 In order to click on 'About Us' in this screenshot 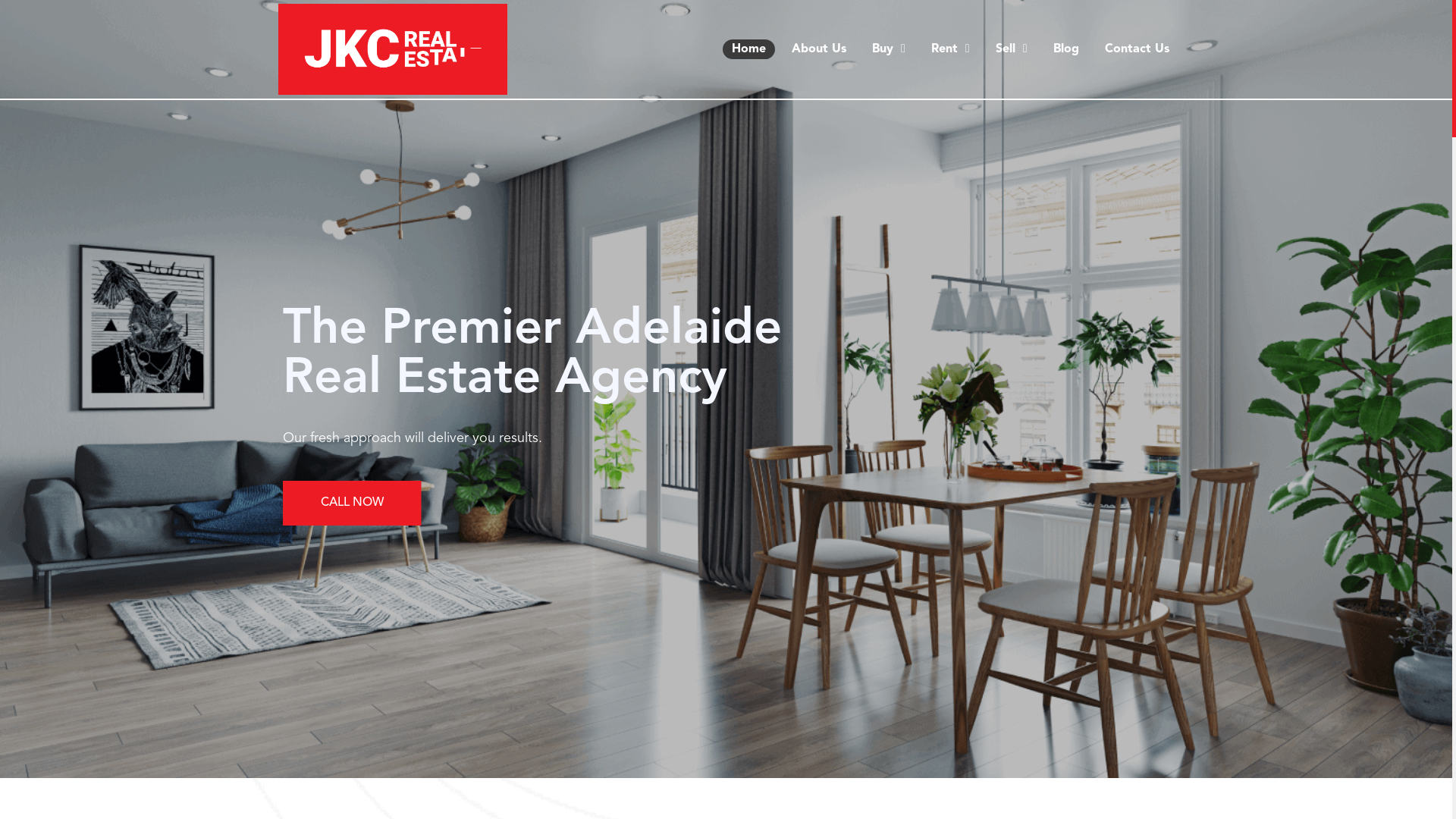, I will do `click(818, 49)`.